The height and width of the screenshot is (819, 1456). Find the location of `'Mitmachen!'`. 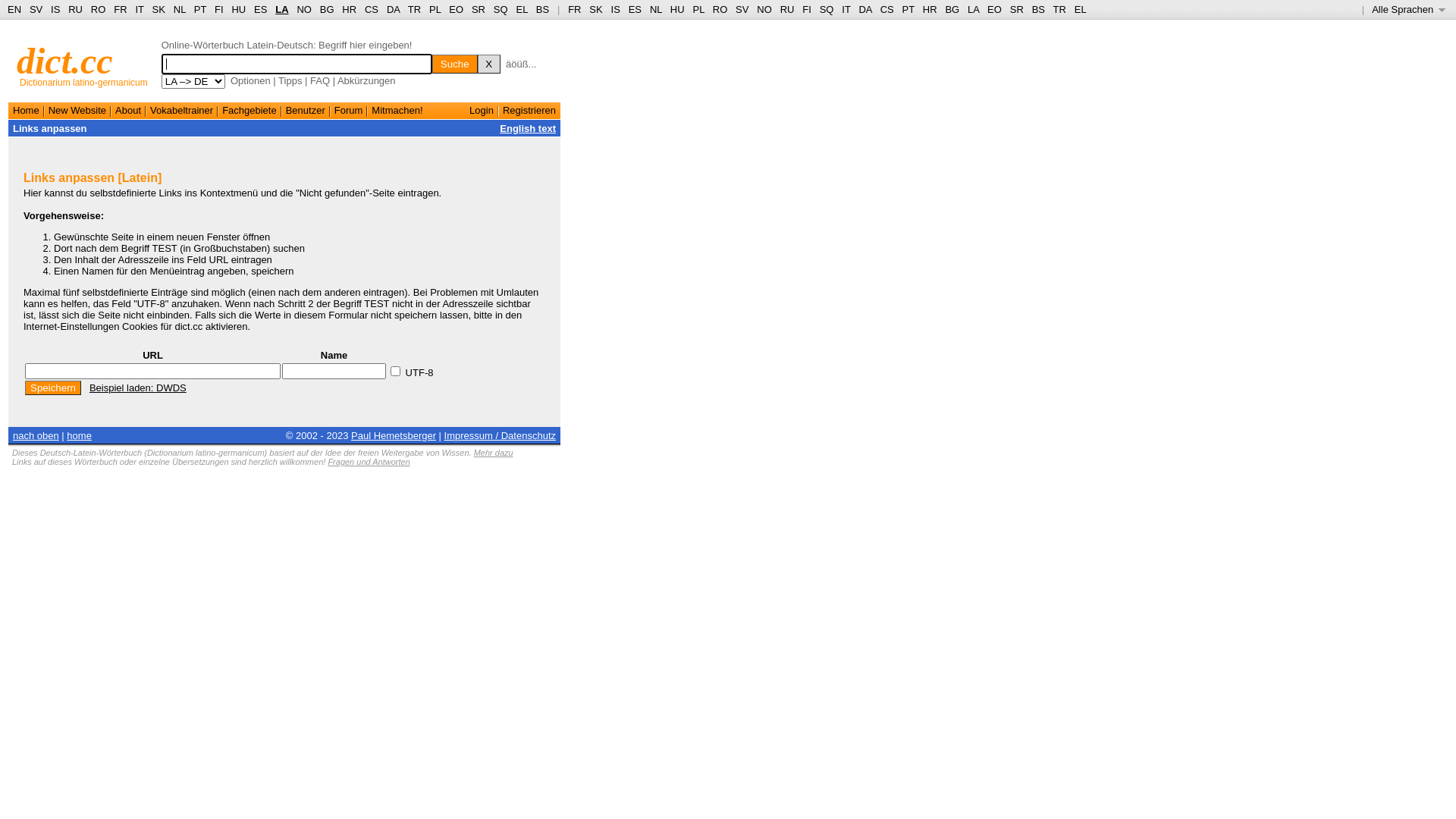

'Mitmachen!' is located at coordinates (397, 109).